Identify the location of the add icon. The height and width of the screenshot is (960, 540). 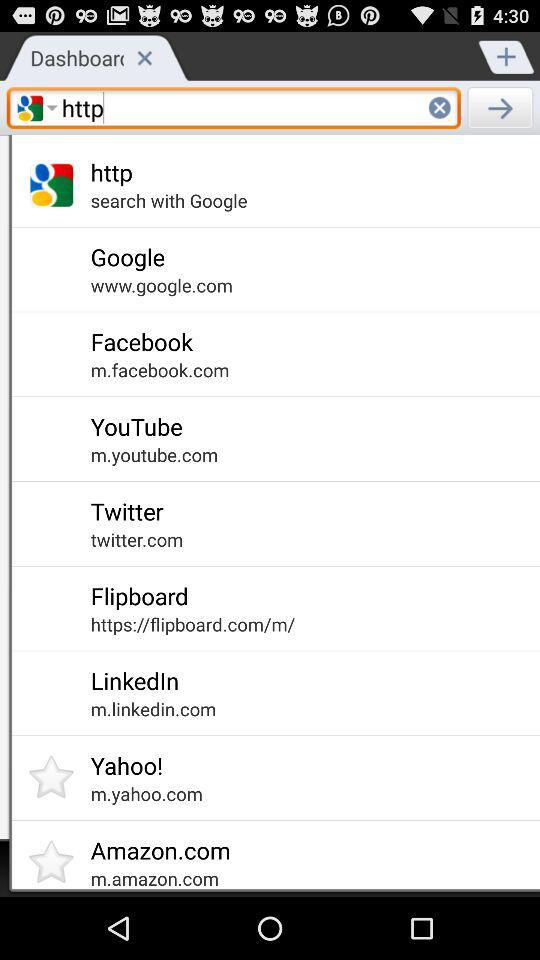
(507, 58).